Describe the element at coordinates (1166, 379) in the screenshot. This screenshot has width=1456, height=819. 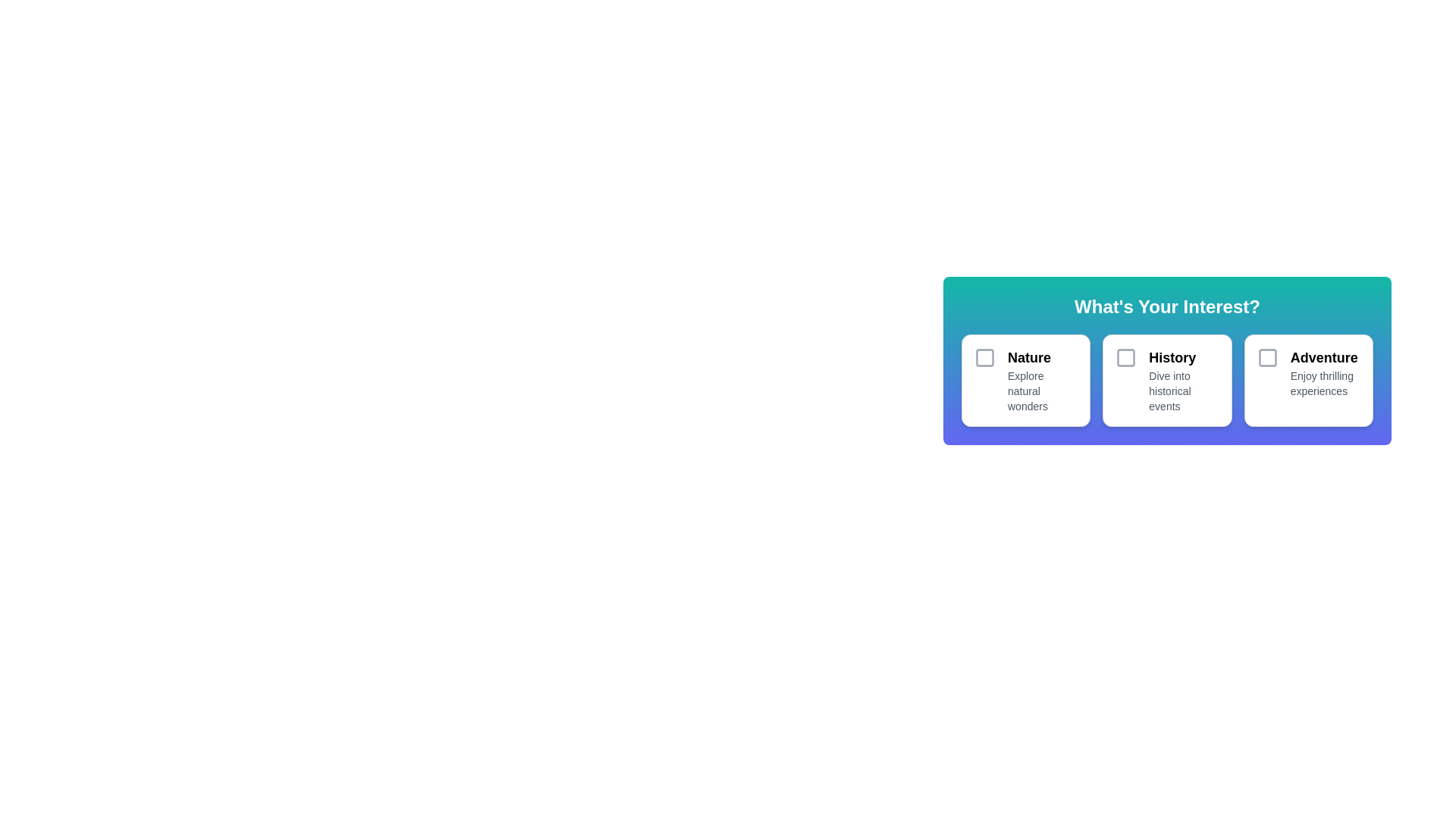
I see `the second panel labeled 'History' in the grid layout` at that location.